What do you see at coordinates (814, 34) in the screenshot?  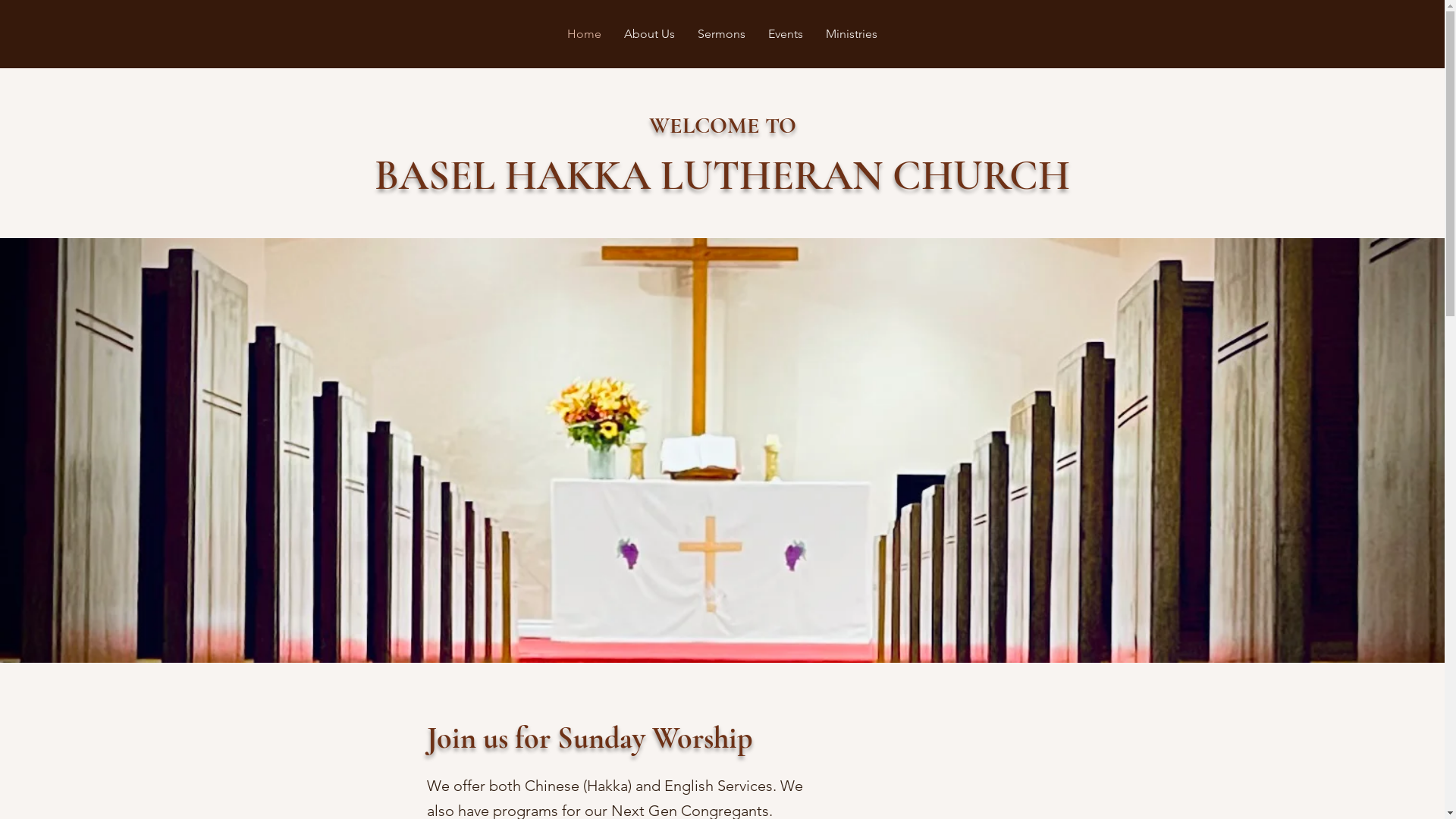 I see `'Ministries'` at bounding box center [814, 34].